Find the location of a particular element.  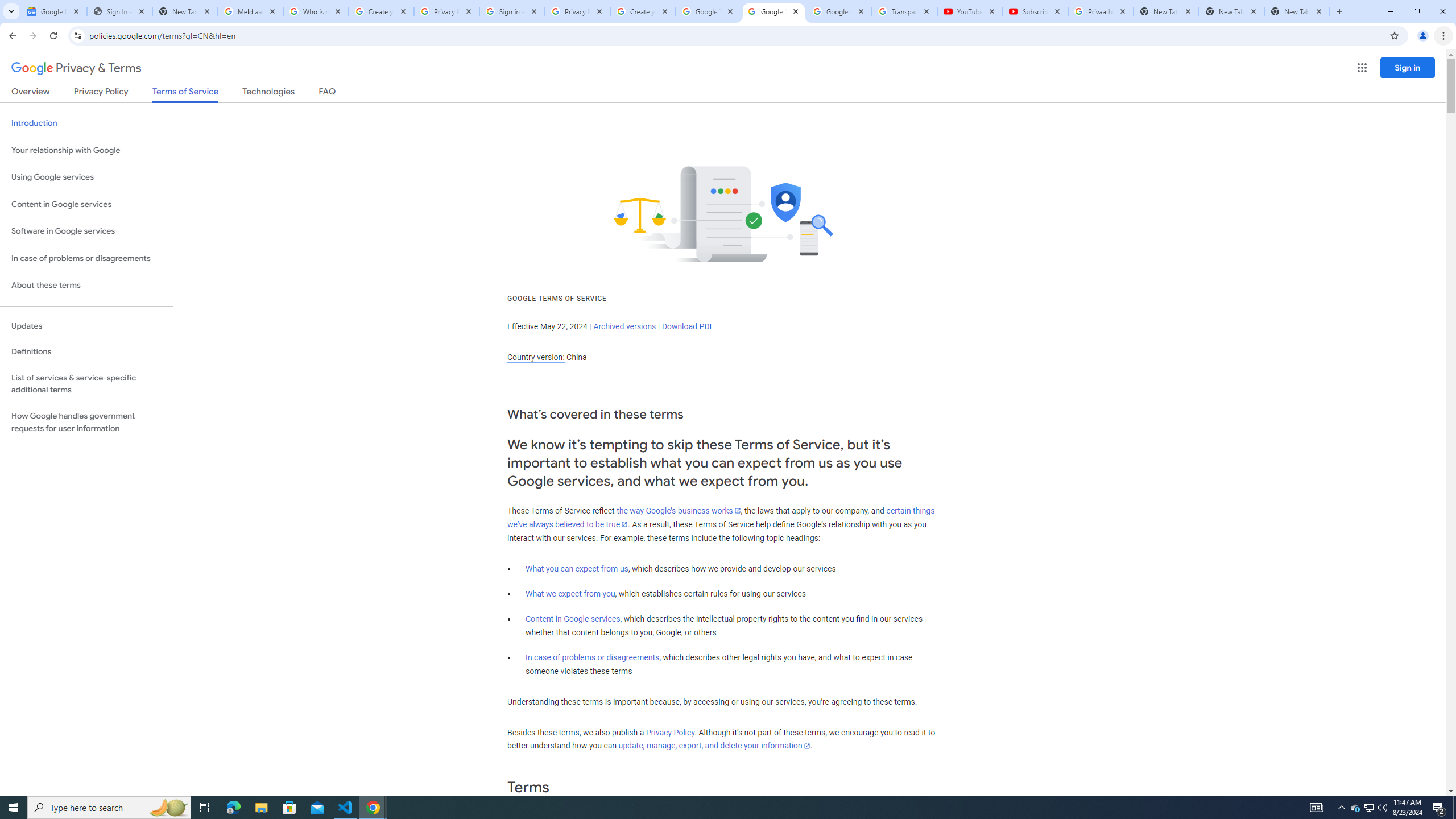

'Create your Google Account' is located at coordinates (643, 11).